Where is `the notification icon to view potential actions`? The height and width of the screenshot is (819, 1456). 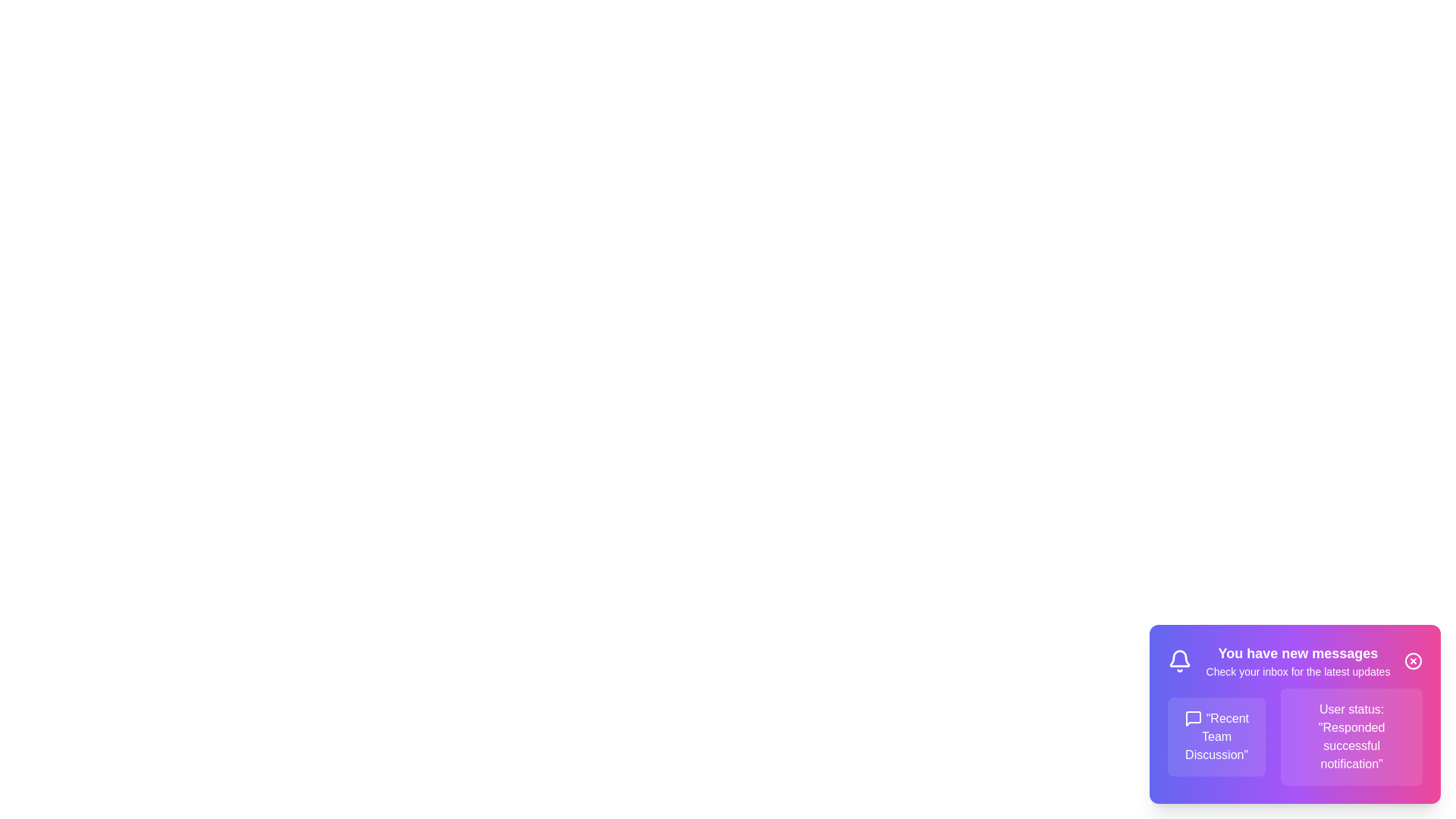 the notification icon to view potential actions is located at coordinates (1178, 660).